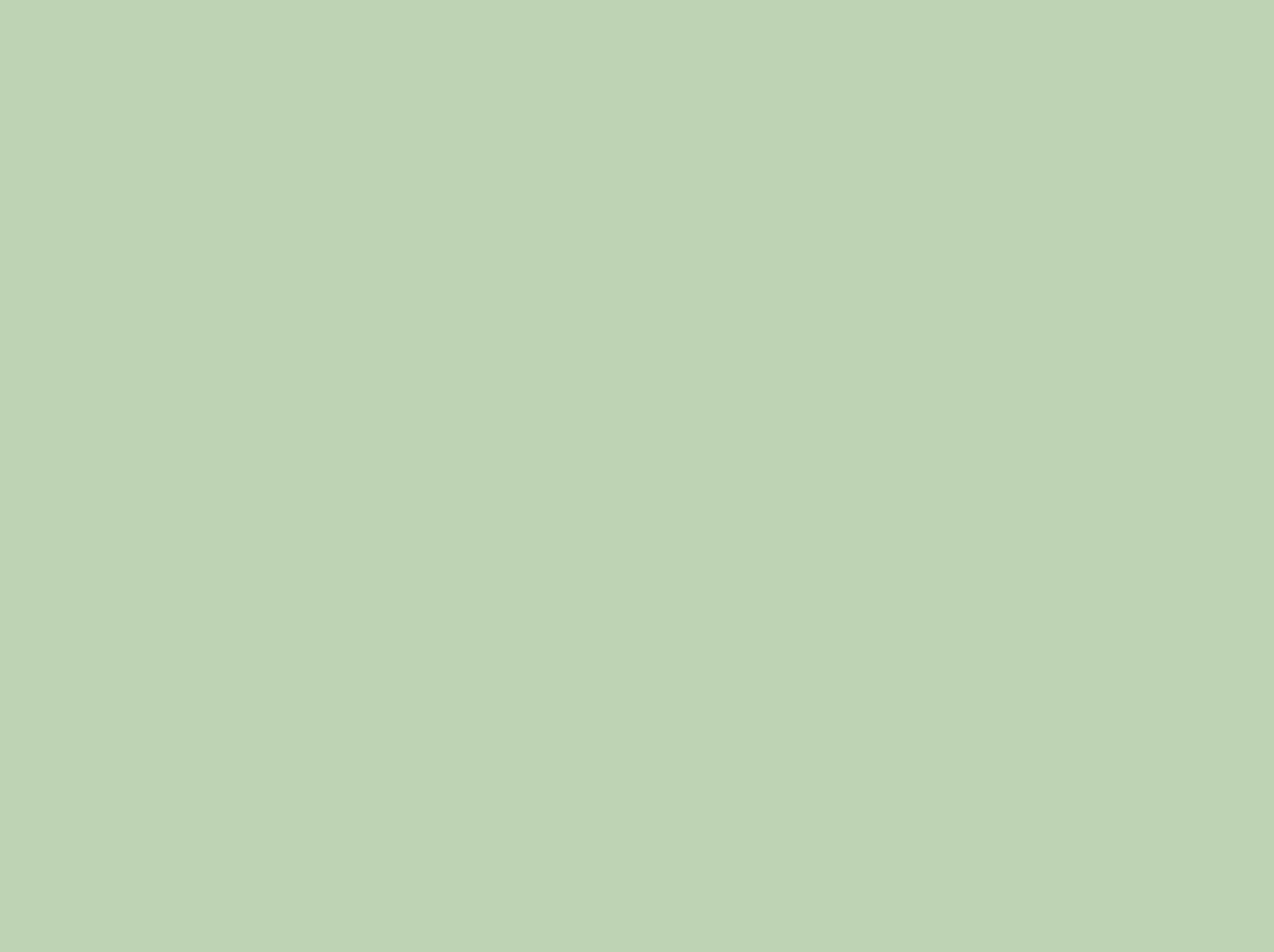 The height and width of the screenshot is (952, 1274). Describe the element at coordinates (604, 371) in the screenshot. I see `'151st. Chris Maynes'` at that location.